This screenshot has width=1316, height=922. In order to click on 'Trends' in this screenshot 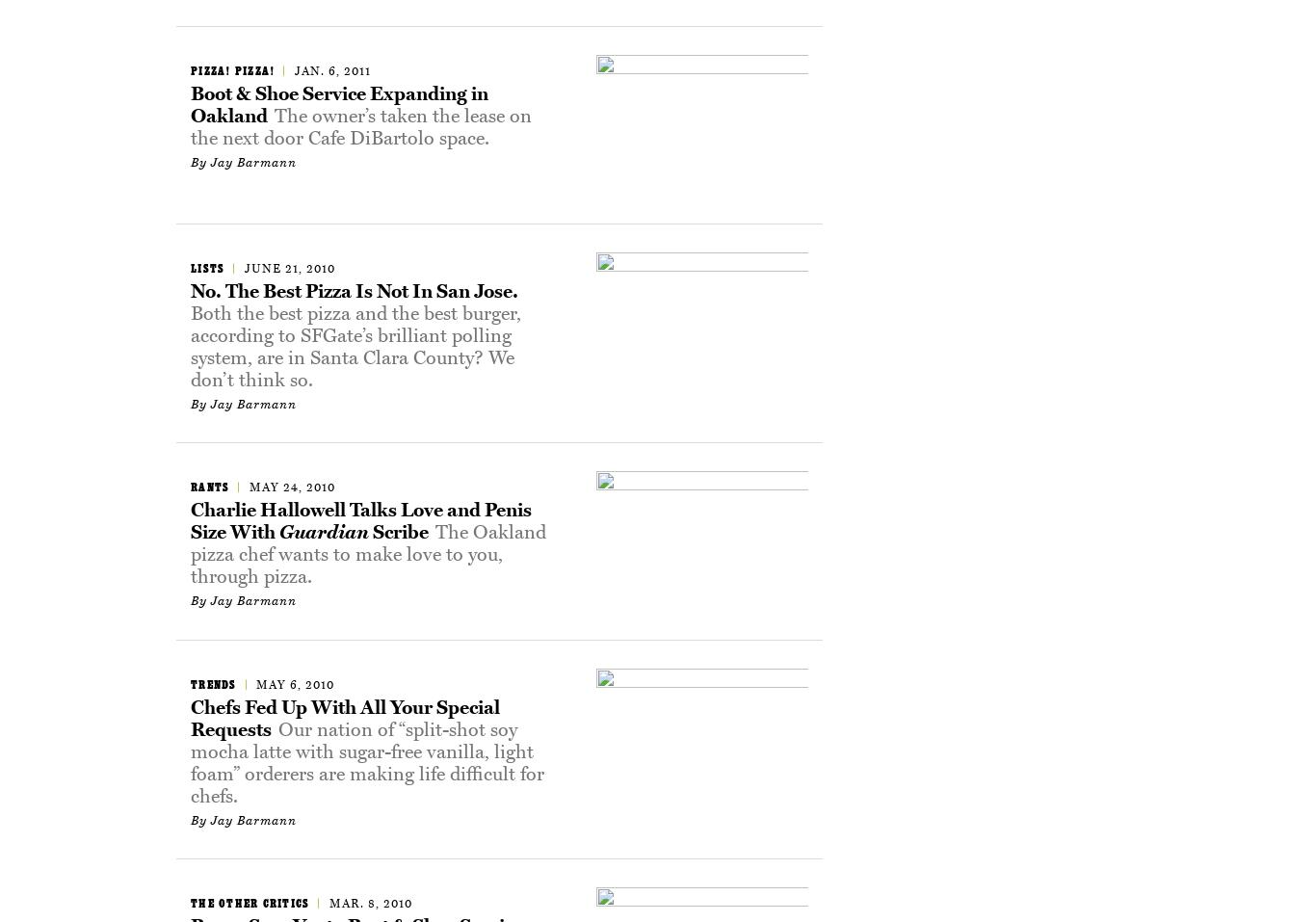, I will do `click(212, 683)`.